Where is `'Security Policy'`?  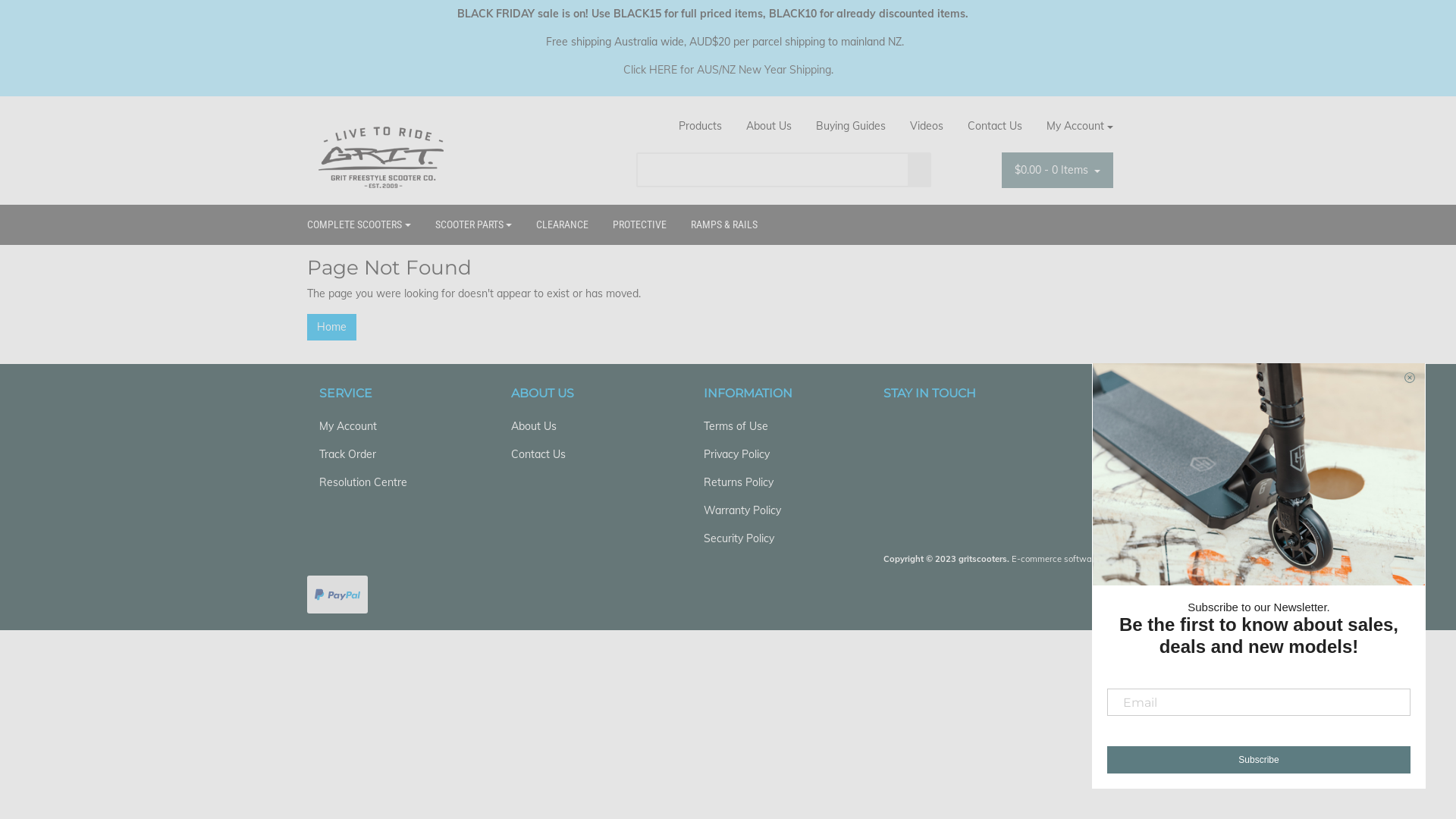 'Security Policy' is located at coordinates (776, 538).